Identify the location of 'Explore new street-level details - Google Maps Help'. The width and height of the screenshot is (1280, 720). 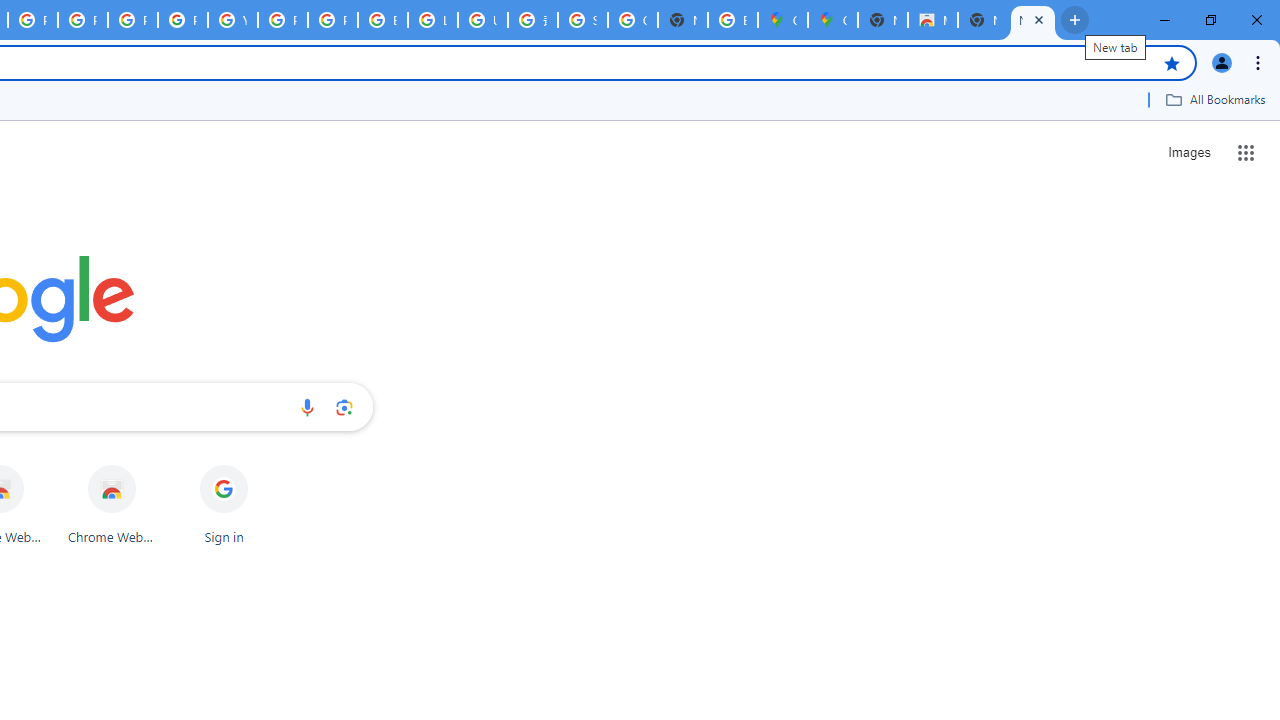
(731, 20).